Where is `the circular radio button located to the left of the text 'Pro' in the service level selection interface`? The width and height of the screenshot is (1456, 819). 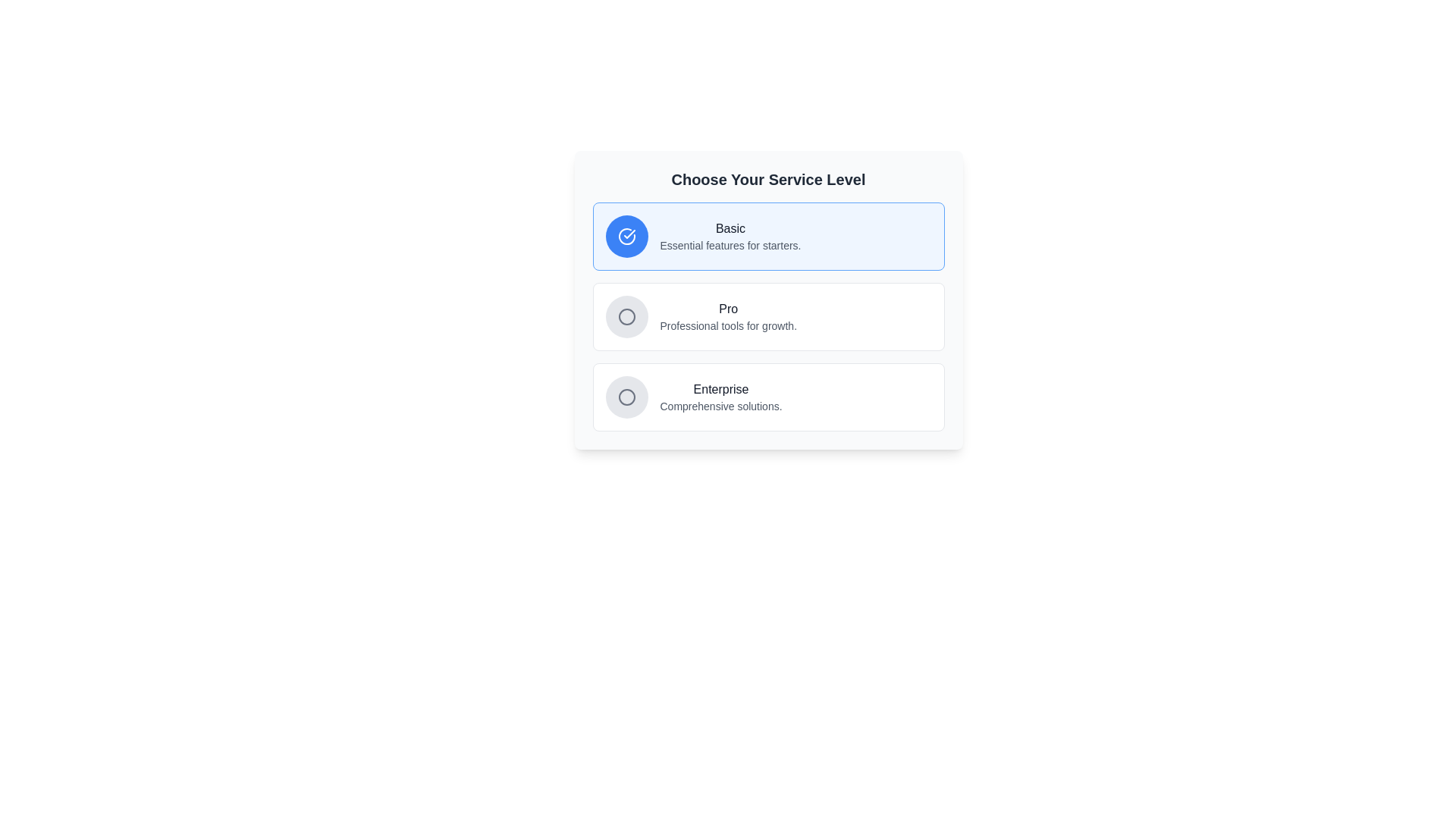
the circular radio button located to the left of the text 'Pro' in the service level selection interface is located at coordinates (626, 315).